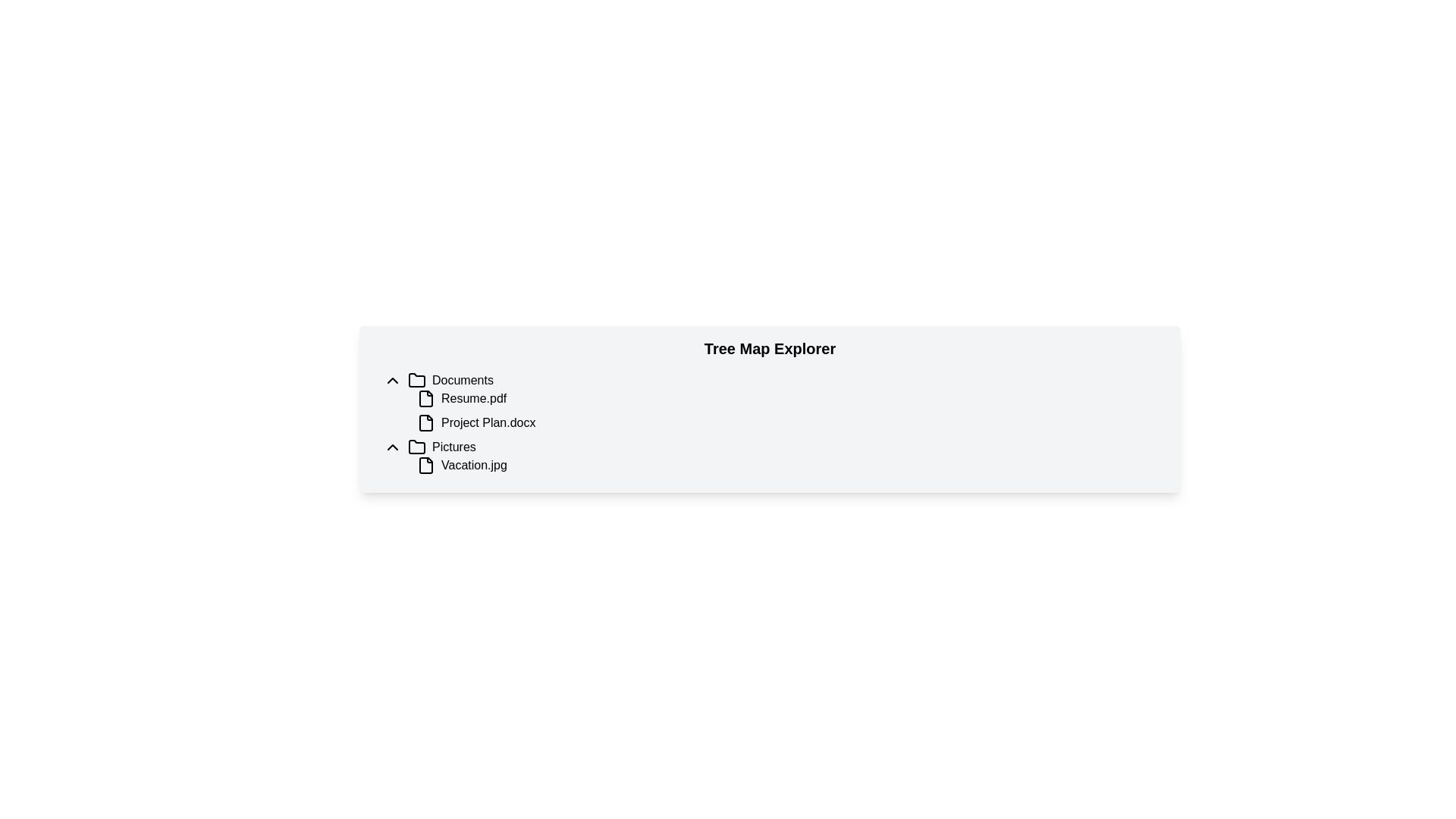 The width and height of the screenshot is (1456, 819). Describe the element at coordinates (473, 464) in the screenshot. I see `the text label representing the file named 'Vacation.jpg' in the file explorer` at that location.